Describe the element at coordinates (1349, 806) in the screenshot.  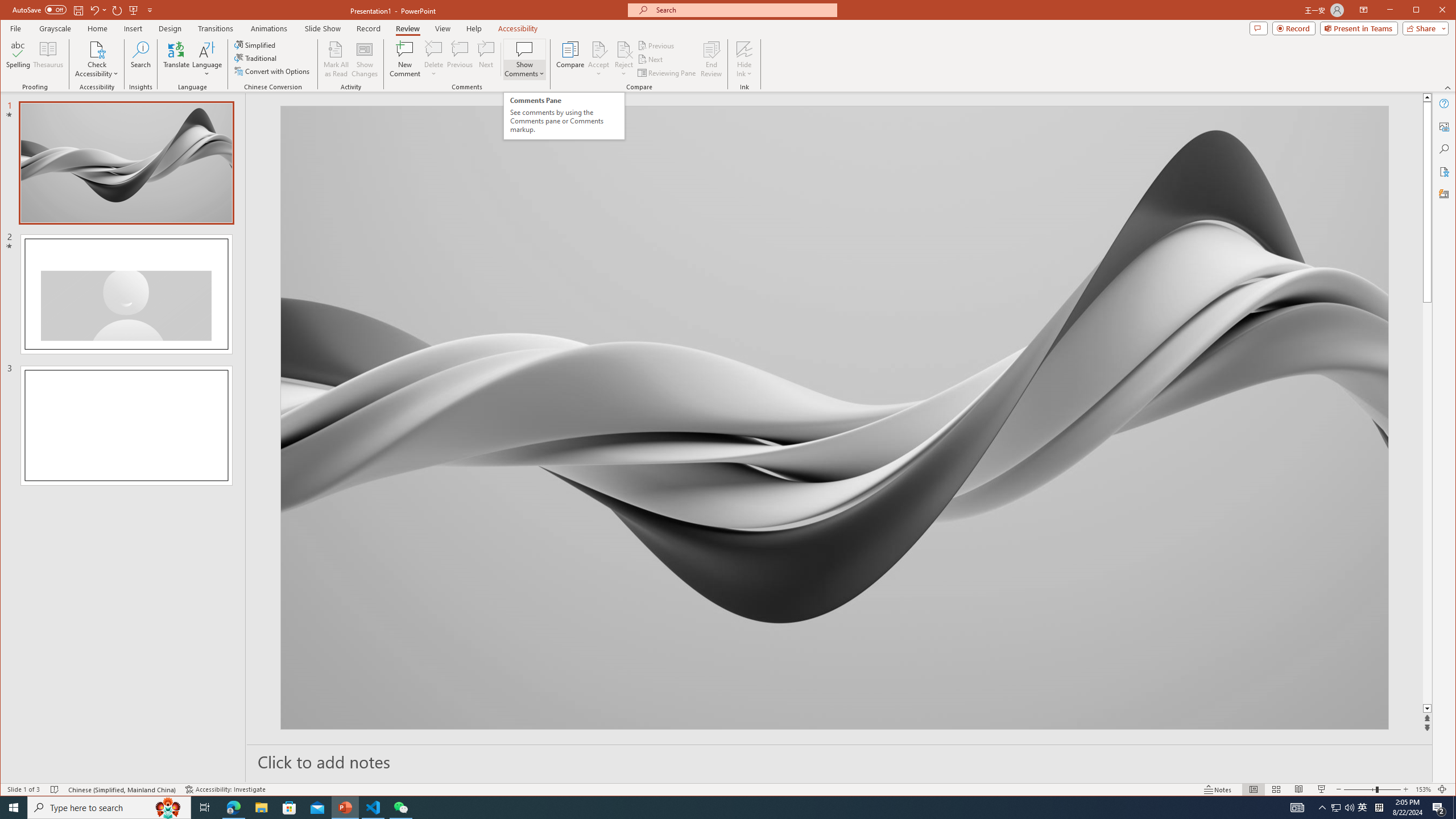
I see `'Q2790: 100%'` at that location.